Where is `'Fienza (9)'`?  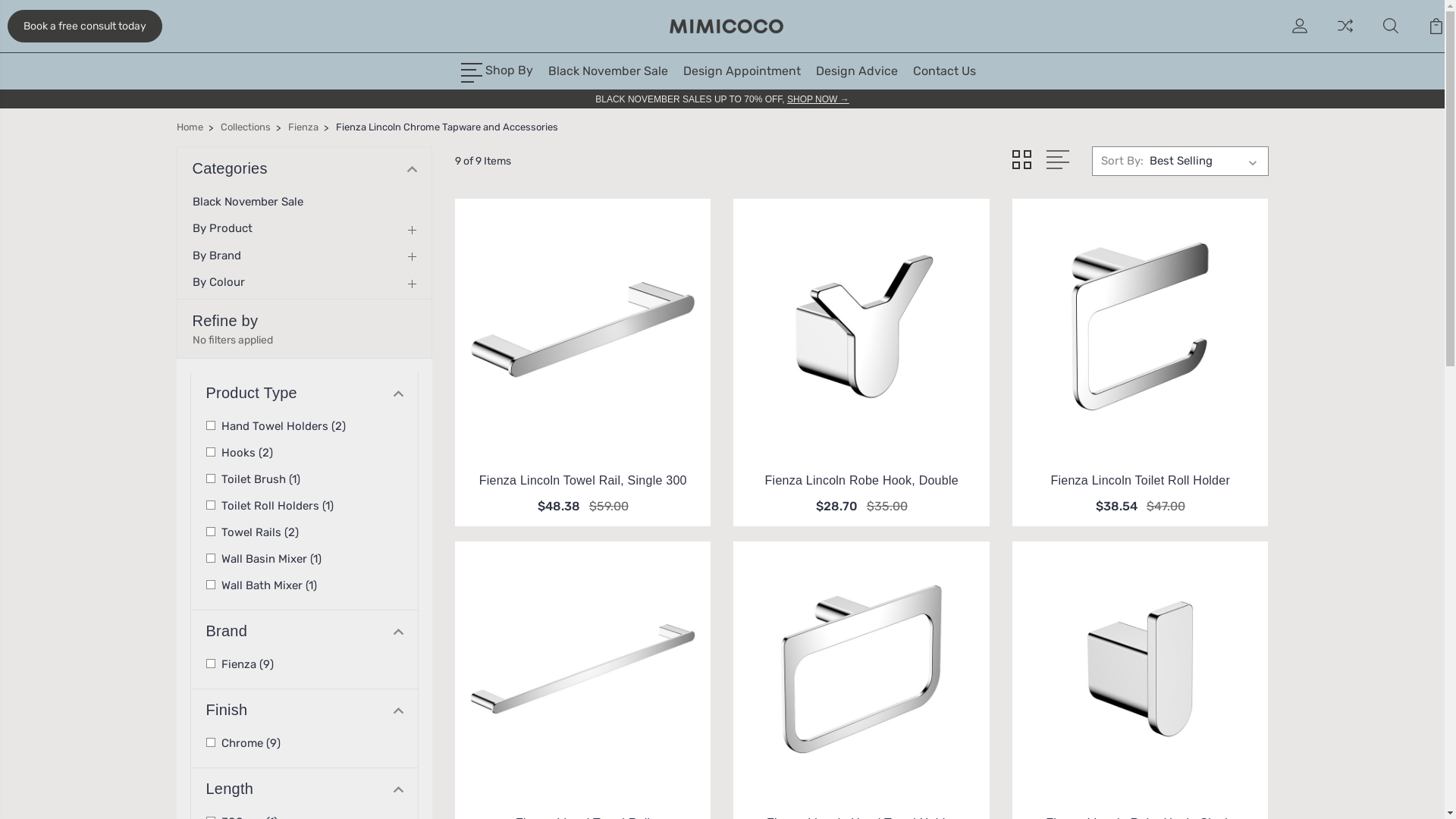 'Fienza (9)' is located at coordinates (304, 663).